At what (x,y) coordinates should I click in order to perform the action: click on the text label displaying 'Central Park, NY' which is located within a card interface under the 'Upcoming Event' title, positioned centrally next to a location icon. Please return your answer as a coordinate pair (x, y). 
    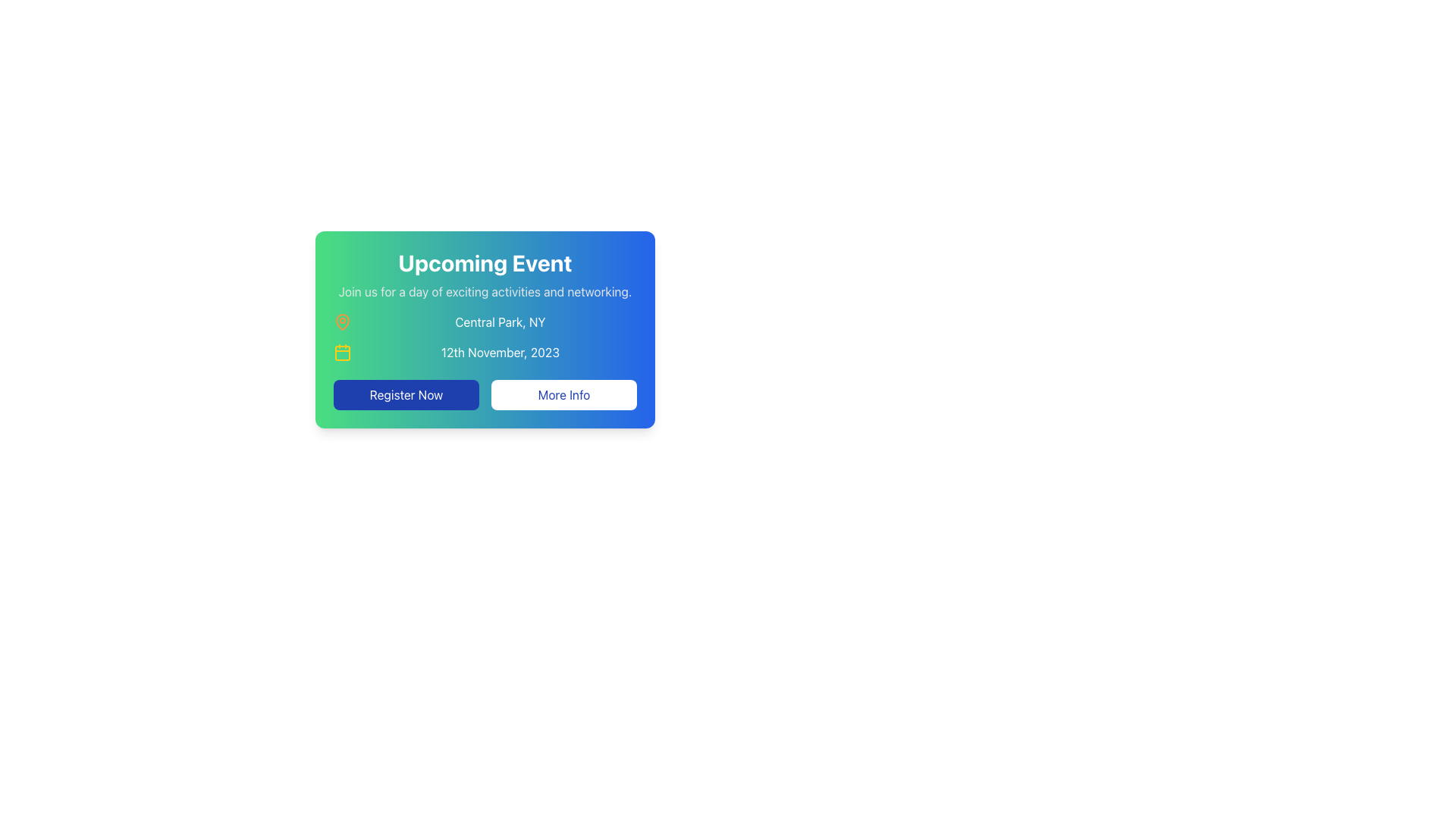
    Looking at the image, I should click on (500, 321).